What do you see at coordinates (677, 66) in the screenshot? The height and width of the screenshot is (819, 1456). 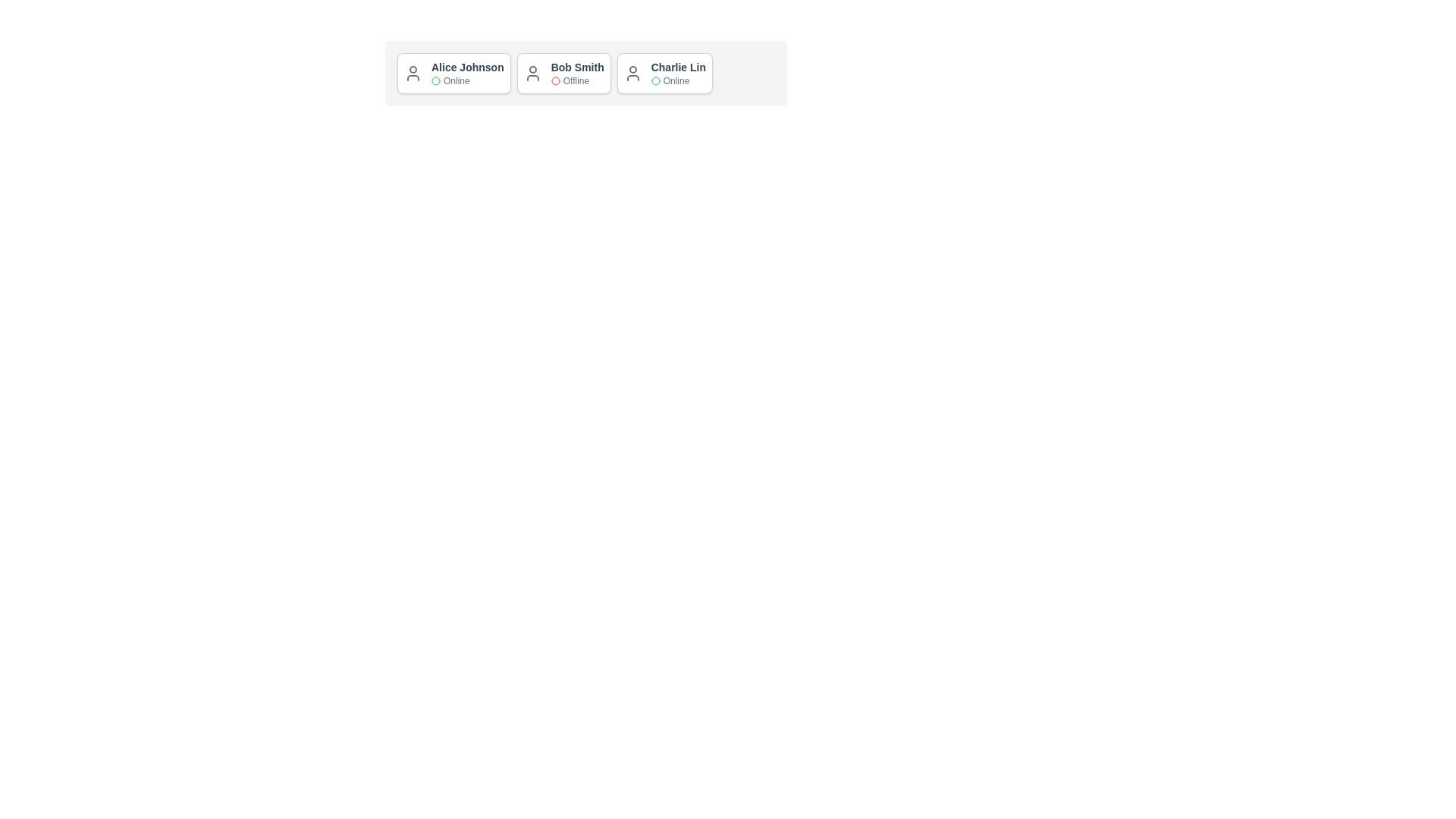 I see `the name of Charlie Lin to select it` at bounding box center [677, 66].